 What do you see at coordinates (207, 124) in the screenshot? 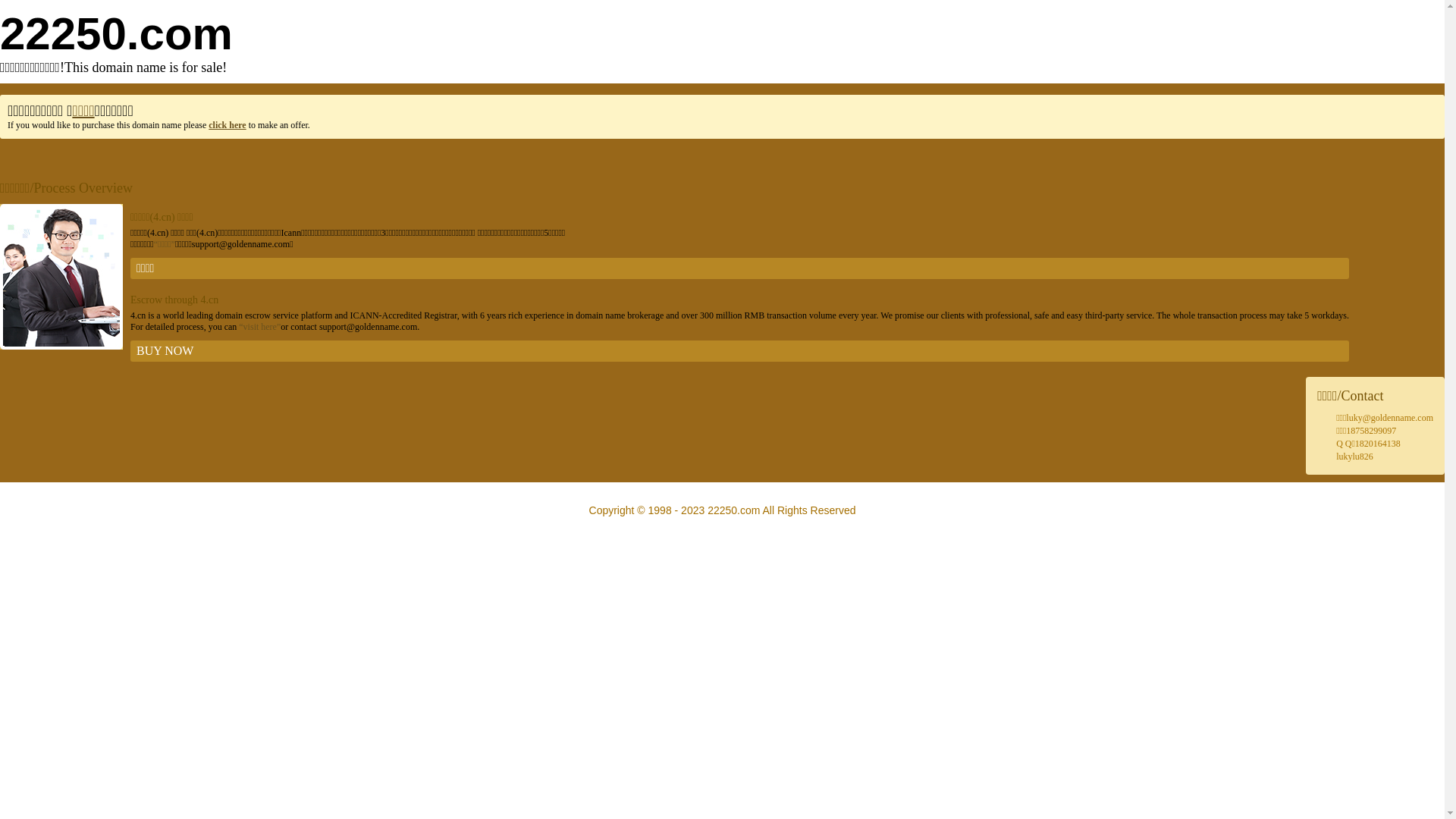
I see `'click here'` at bounding box center [207, 124].